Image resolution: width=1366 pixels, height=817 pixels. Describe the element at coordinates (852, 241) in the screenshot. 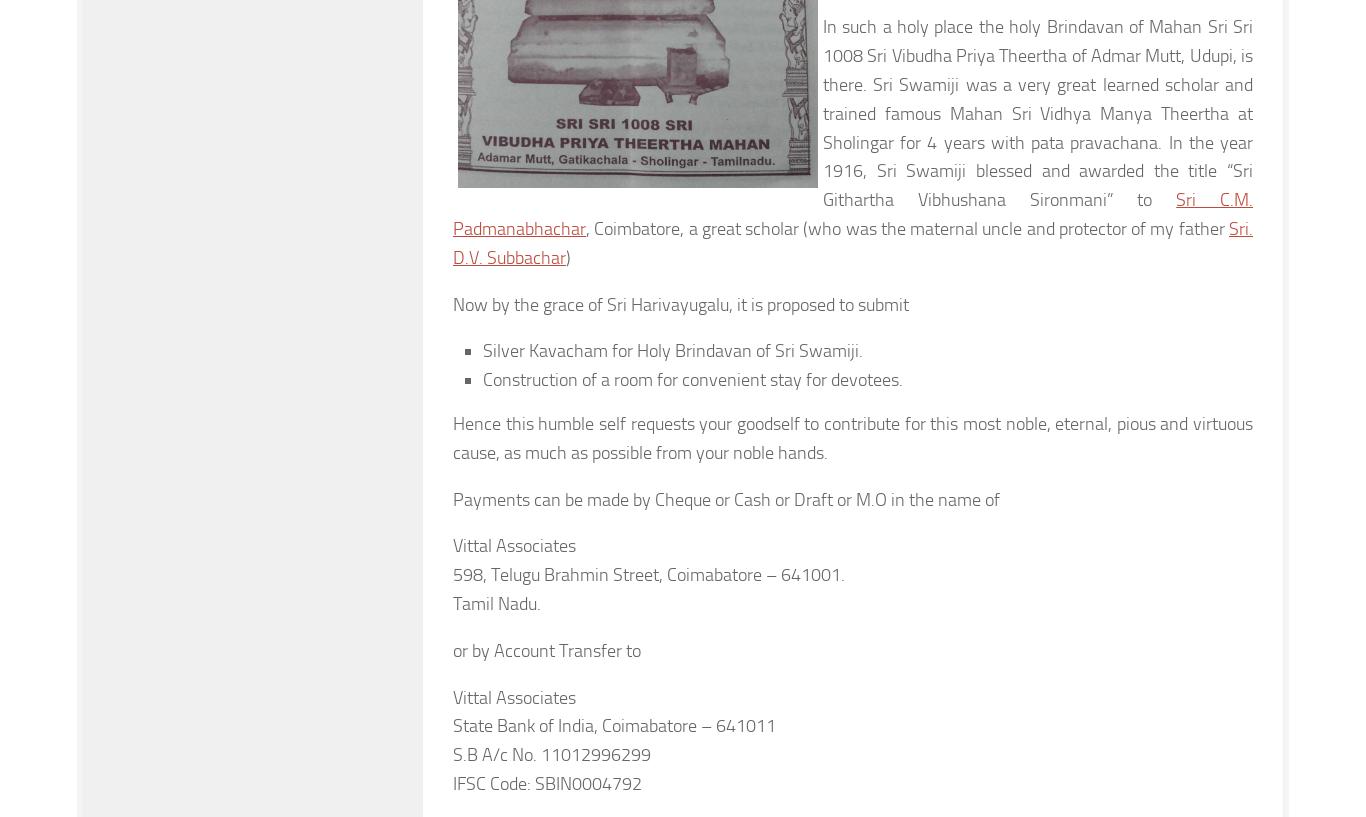

I see `'Sri. D.V. Subbachar'` at that location.